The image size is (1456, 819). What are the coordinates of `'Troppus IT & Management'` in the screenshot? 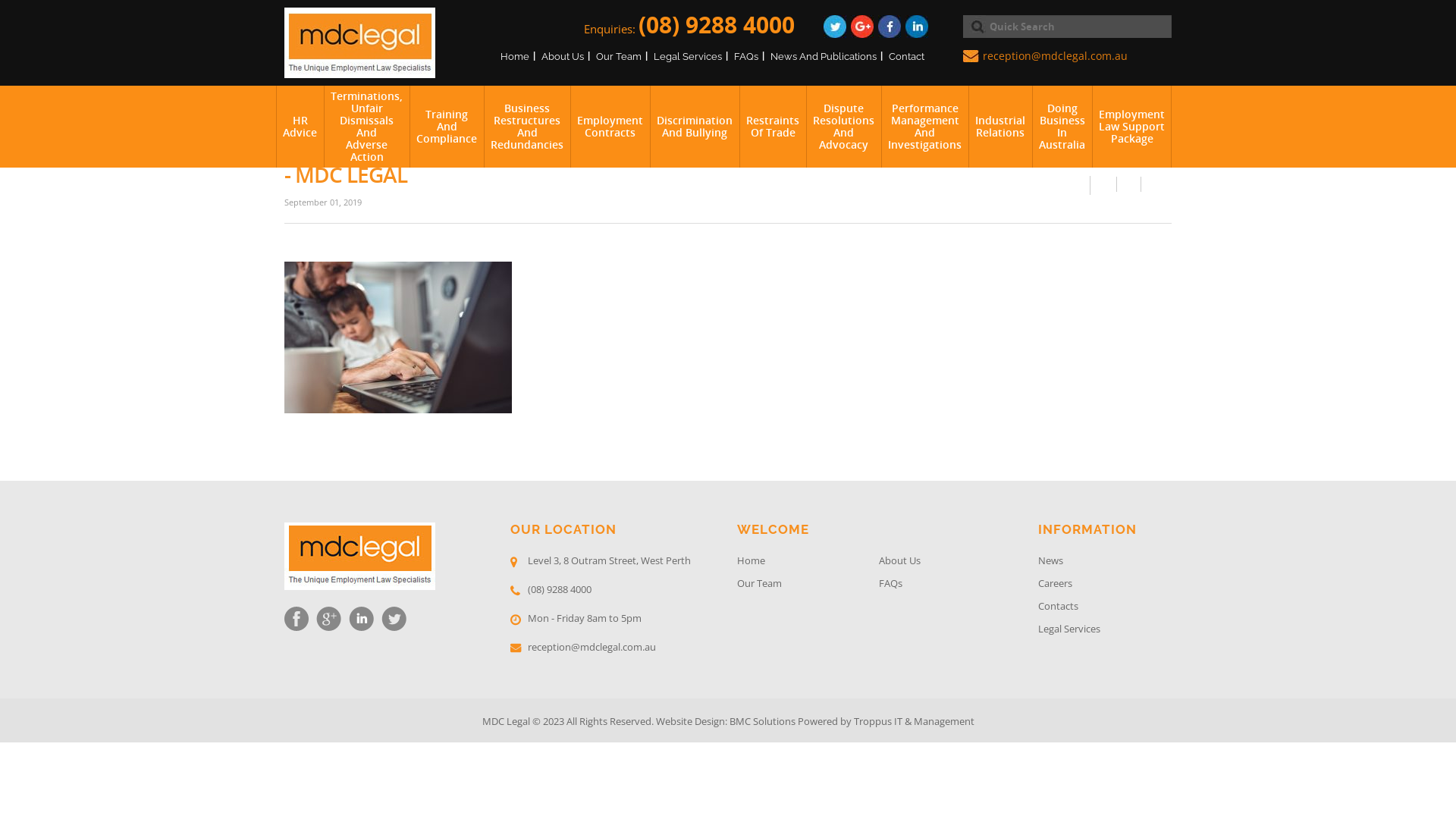 It's located at (913, 720).